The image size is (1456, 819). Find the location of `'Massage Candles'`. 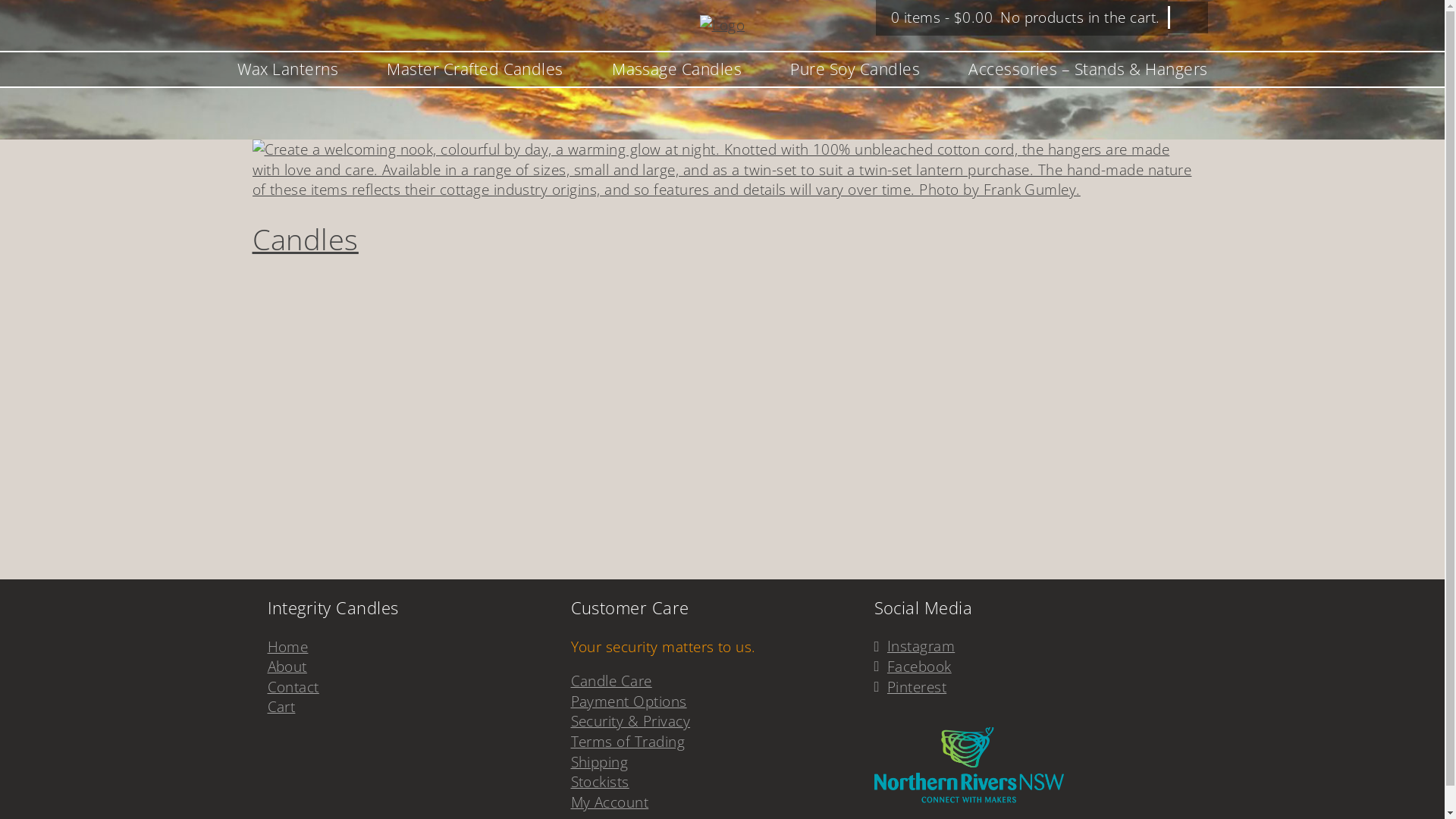

'Massage Candles' is located at coordinates (676, 69).